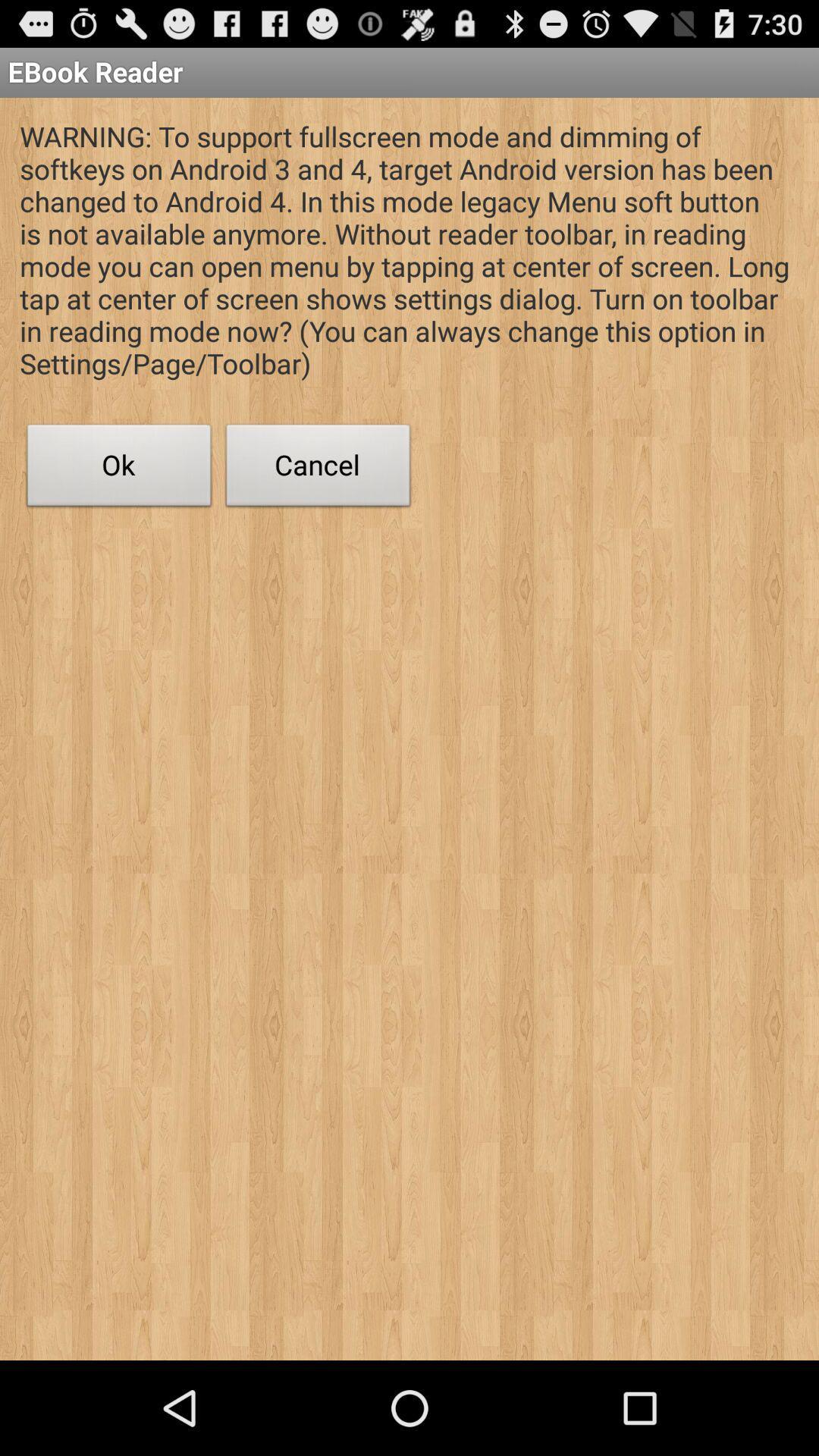  What do you see at coordinates (118, 469) in the screenshot?
I see `button at the top left corner` at bounding box center [118, 469].